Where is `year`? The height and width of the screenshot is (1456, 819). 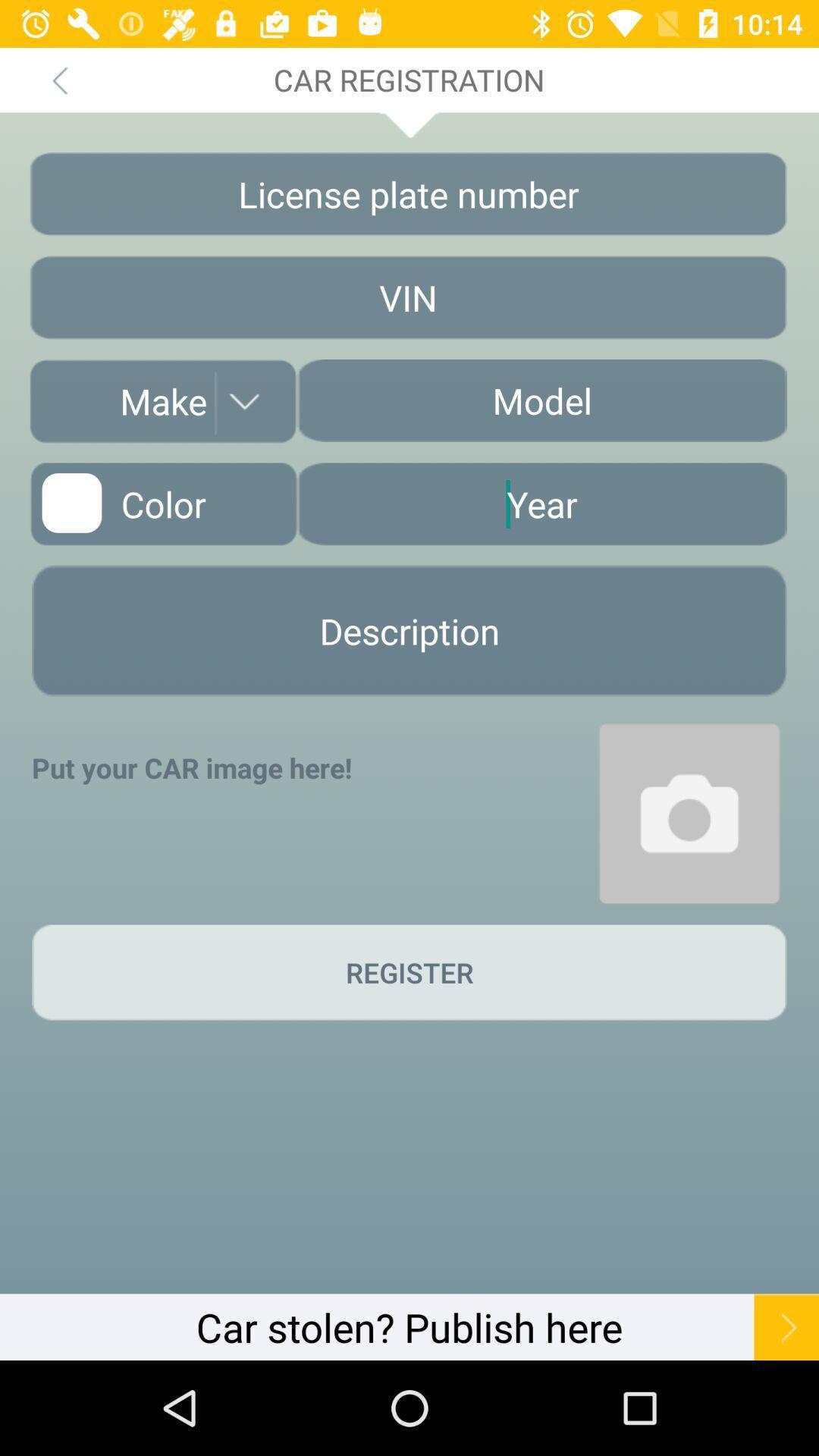 year is located at coordinates (541, 504).